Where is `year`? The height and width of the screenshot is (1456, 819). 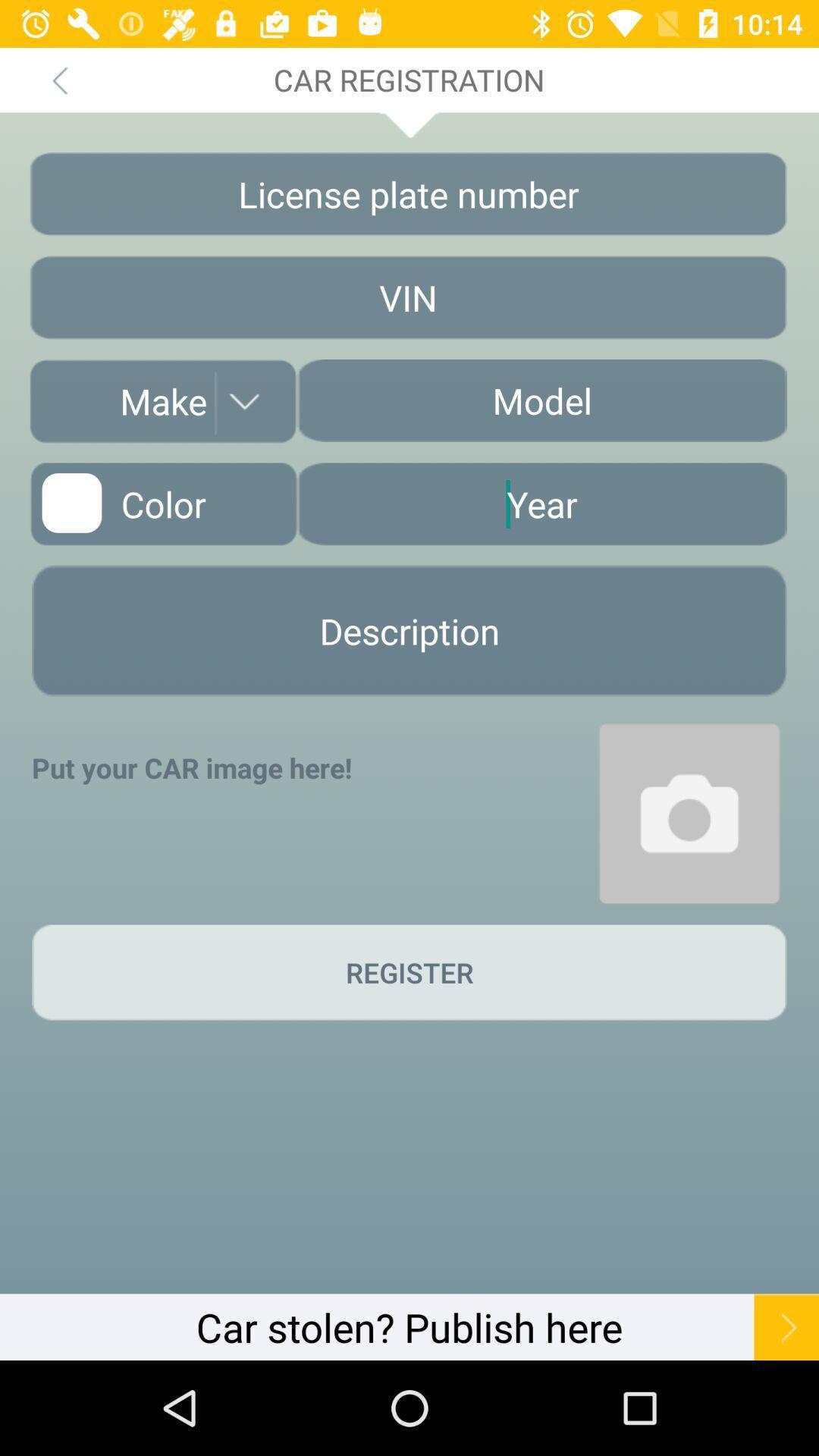 year is located at coordinates (541, 504).